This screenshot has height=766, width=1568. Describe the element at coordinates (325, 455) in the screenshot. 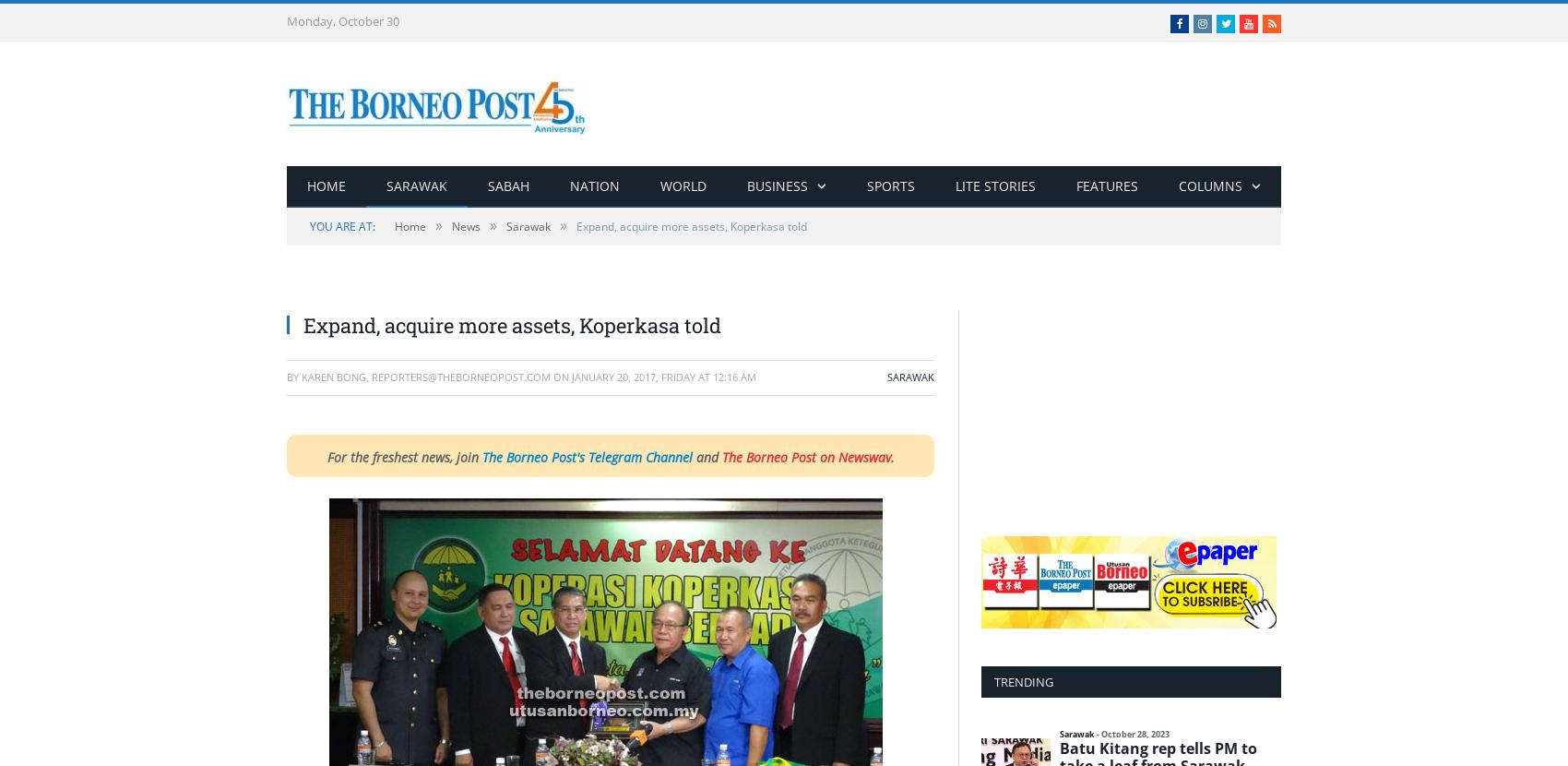

I see `'For the freshest news, join'` at that location.